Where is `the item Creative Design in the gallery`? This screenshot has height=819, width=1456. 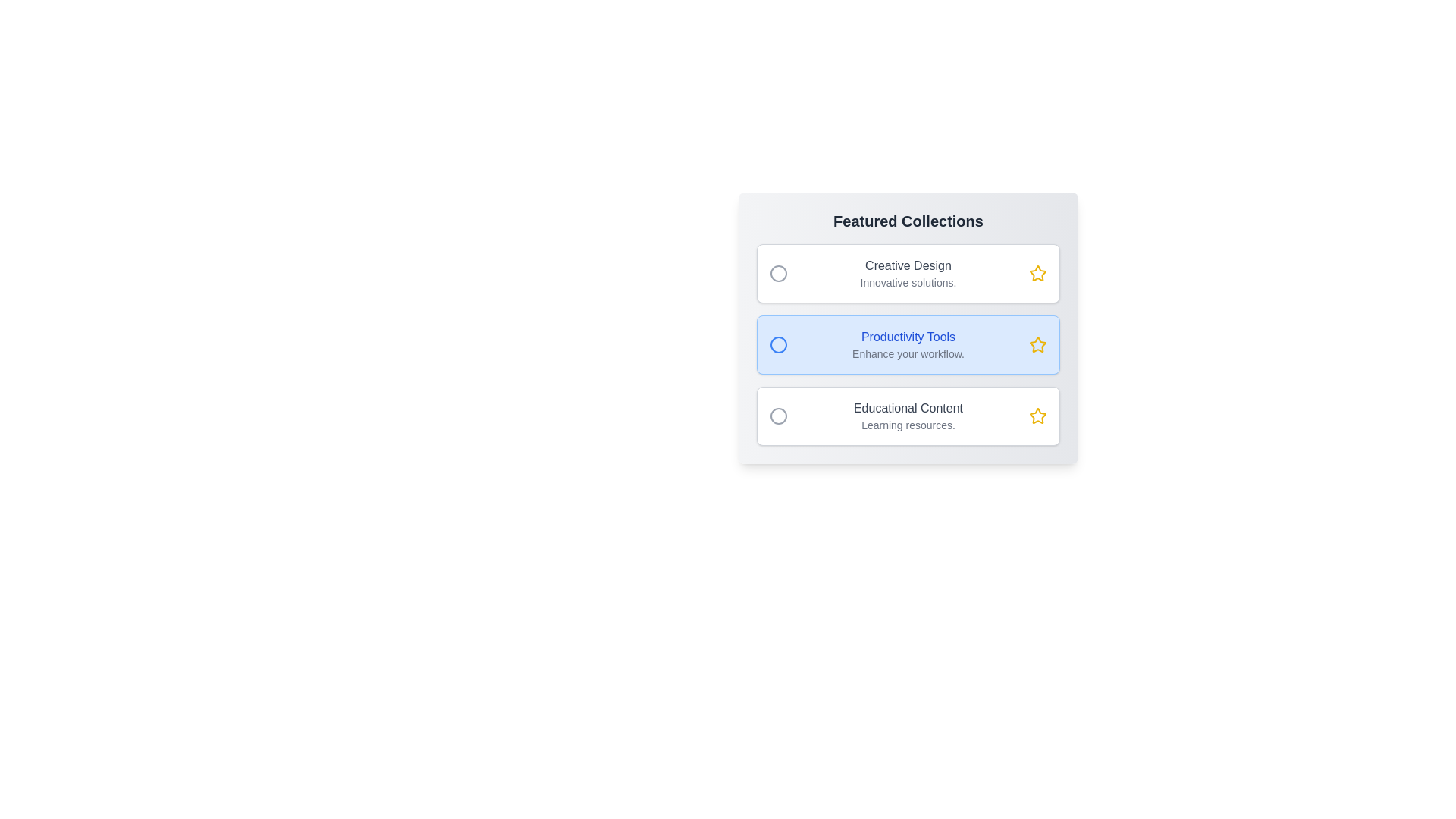
the item Creative Design in the gallery is located at coordinates (908, 274).